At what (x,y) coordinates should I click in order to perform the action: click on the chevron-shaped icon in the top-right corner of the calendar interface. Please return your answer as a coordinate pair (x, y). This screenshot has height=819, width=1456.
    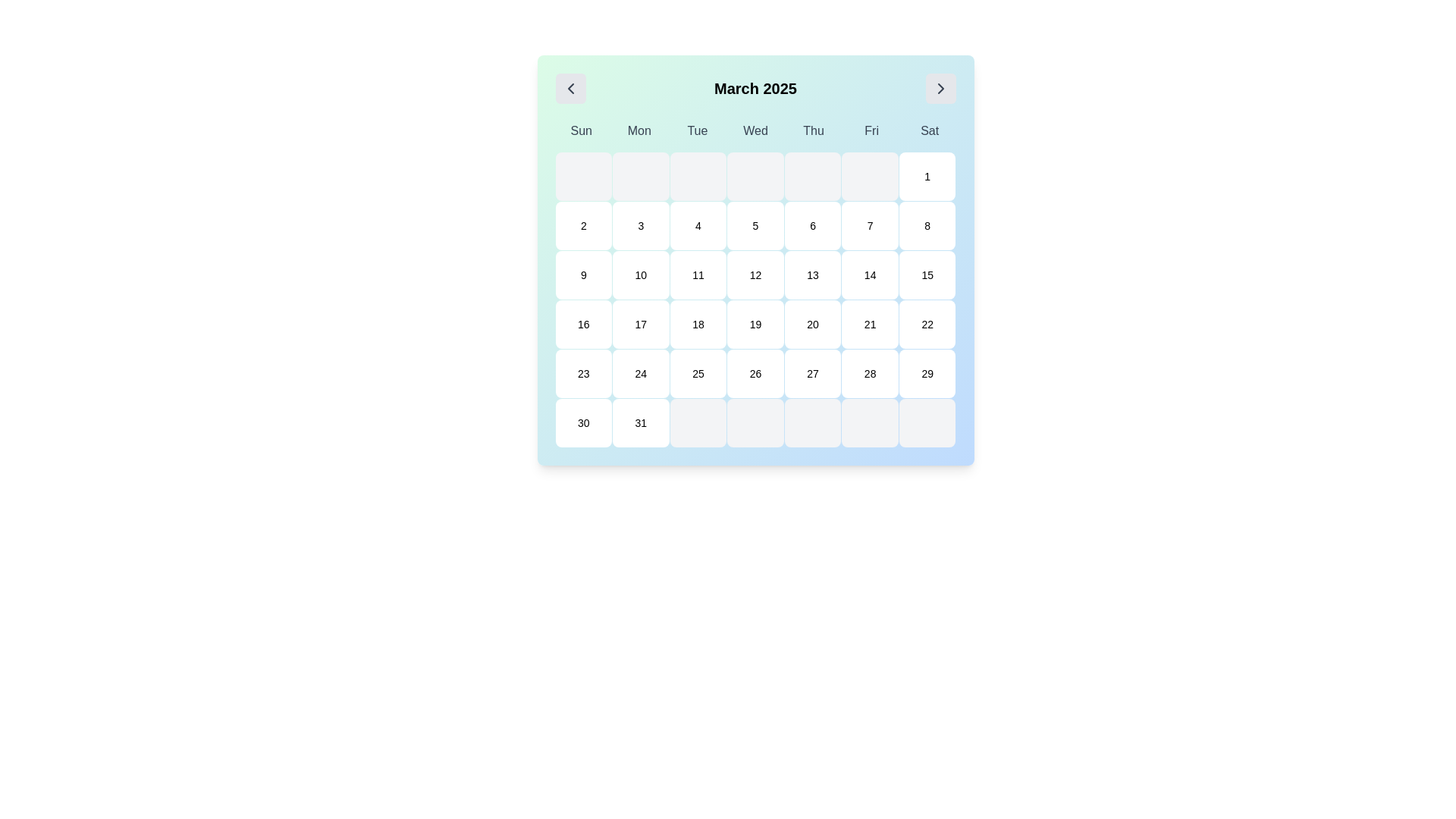
    Looking at the image, I should click on (940, 88).